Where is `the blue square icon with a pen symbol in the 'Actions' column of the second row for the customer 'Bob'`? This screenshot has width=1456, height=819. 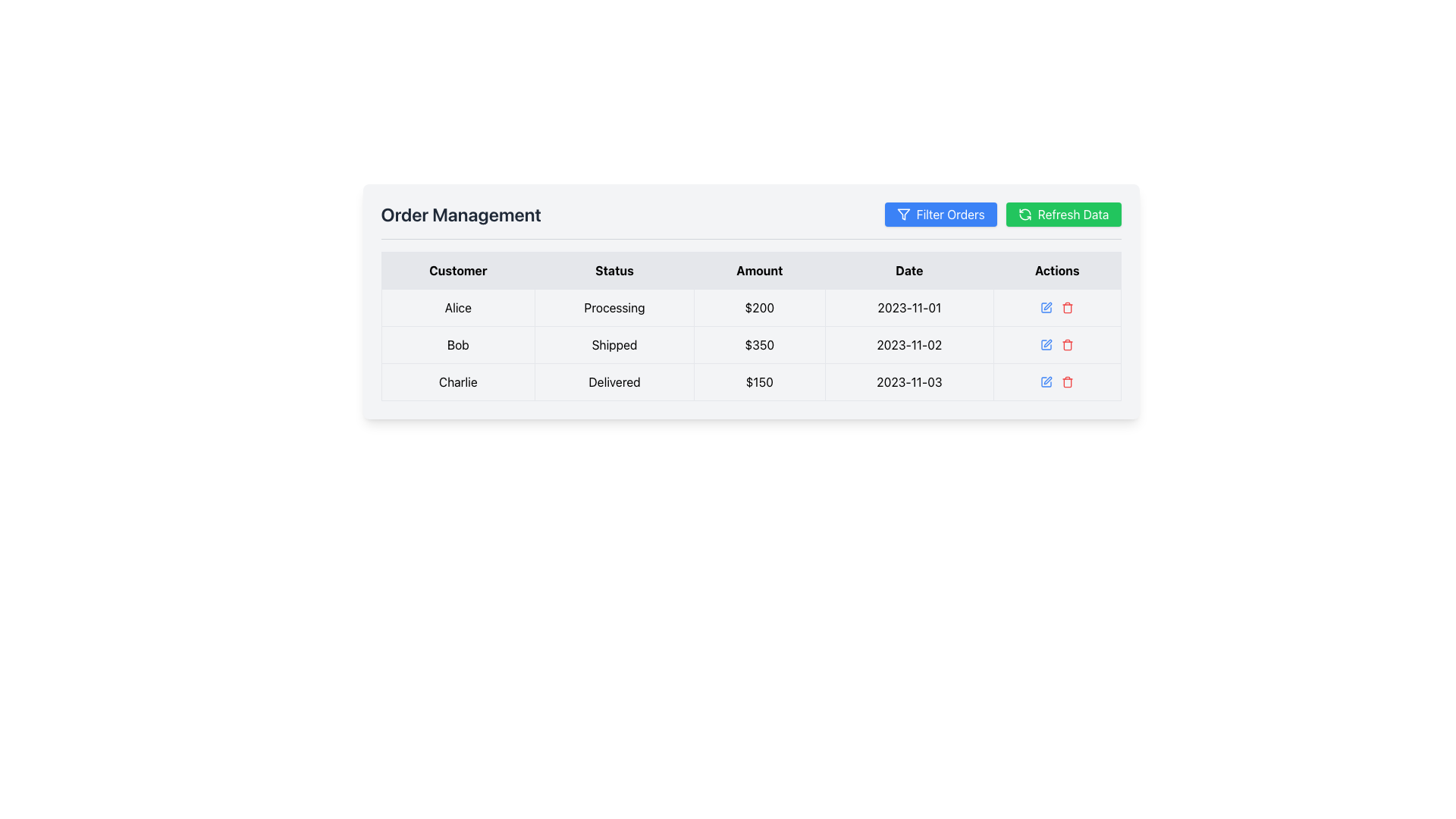 the blue square icon with a pen symbol in the 'Actions' column of the second row for the customer 'Bob' is located at coordinates (1046, 307).